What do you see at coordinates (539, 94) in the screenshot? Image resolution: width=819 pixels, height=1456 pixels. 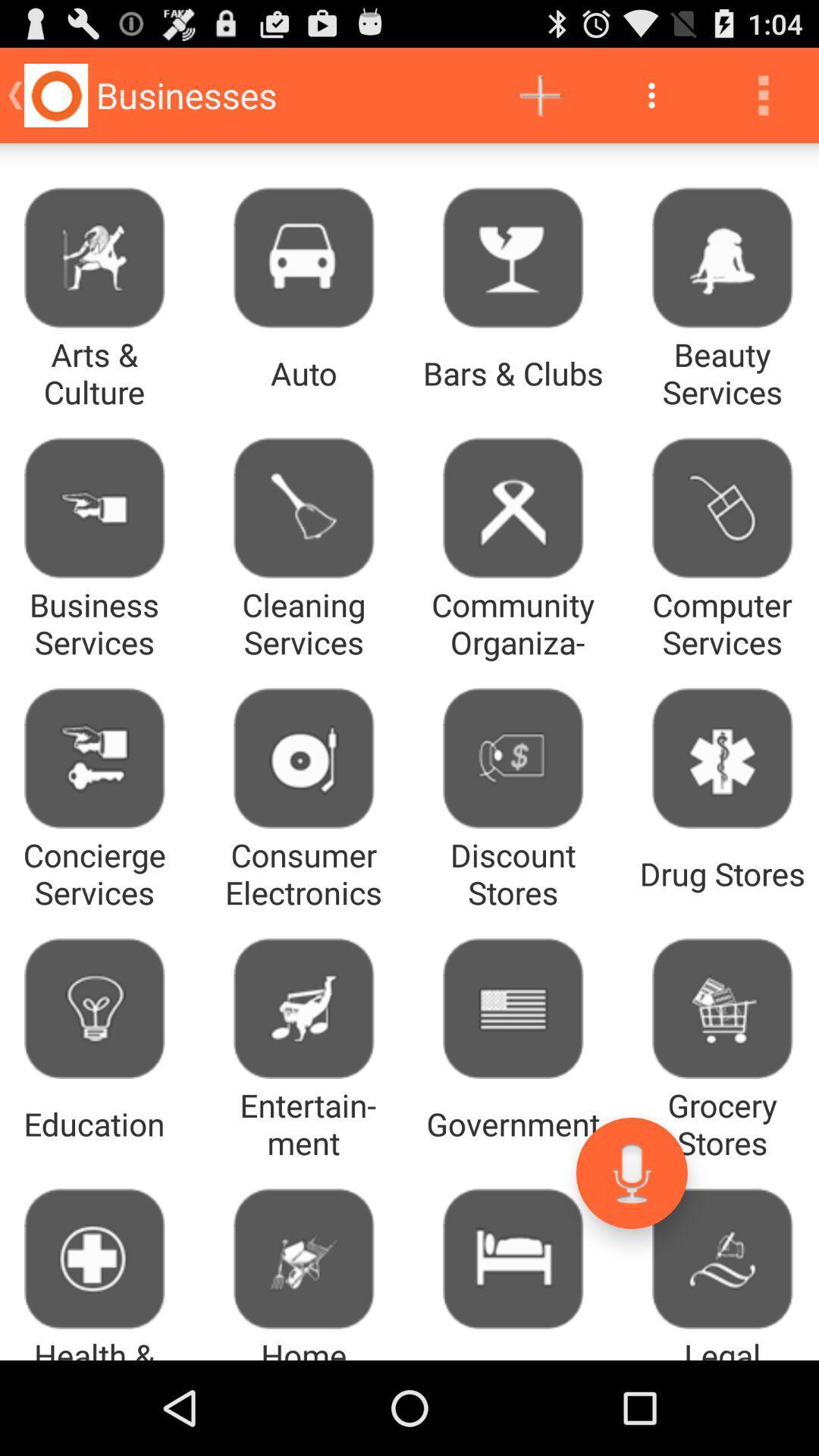 I see `the app to the right of the businesses icon` at bounding box center [539, 94].